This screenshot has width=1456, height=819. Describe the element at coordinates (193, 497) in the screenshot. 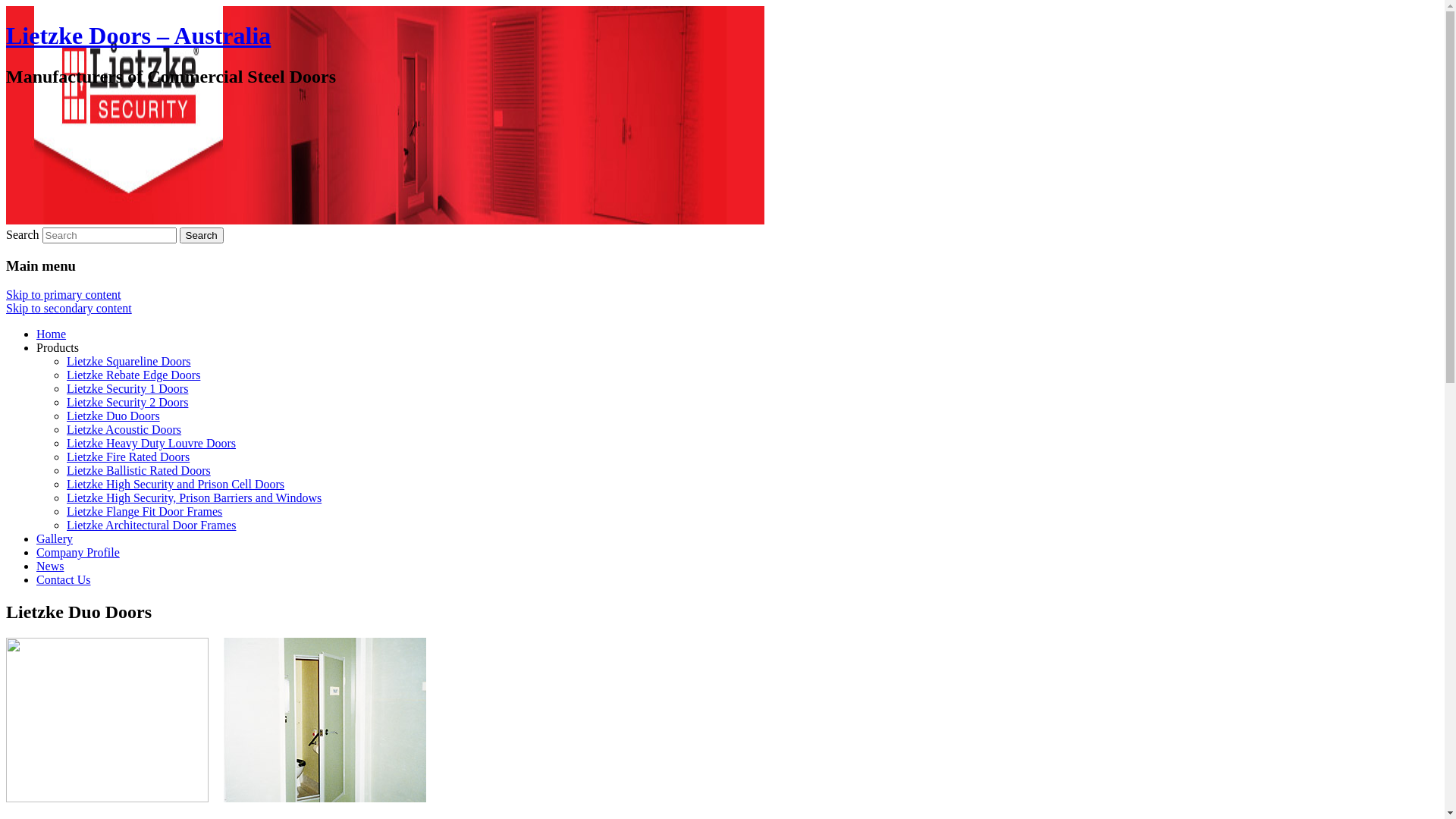

I see `'Lietzke High Security, Prison Barriers and Windows'` at that location.